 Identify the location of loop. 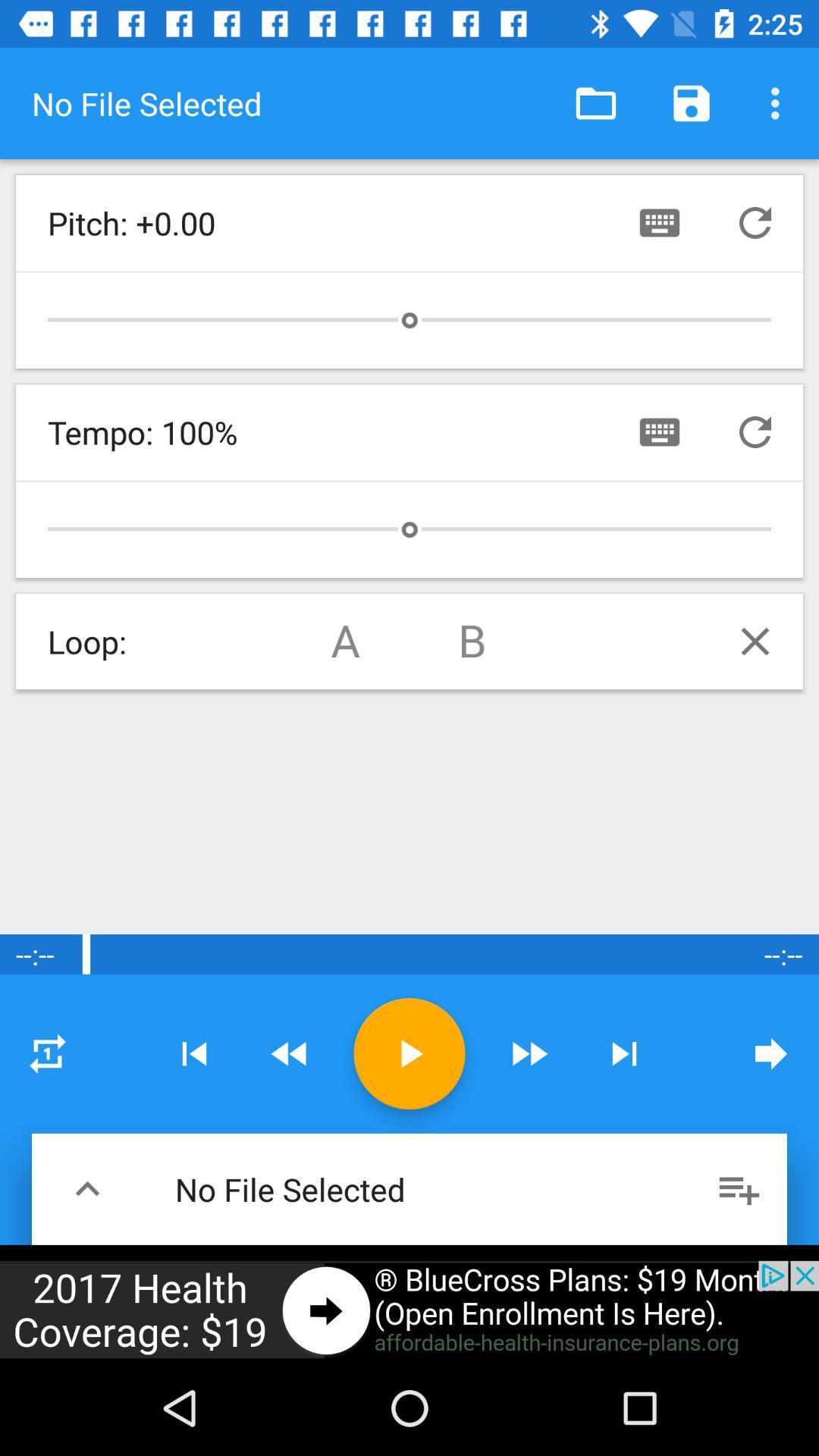
(755, 641).